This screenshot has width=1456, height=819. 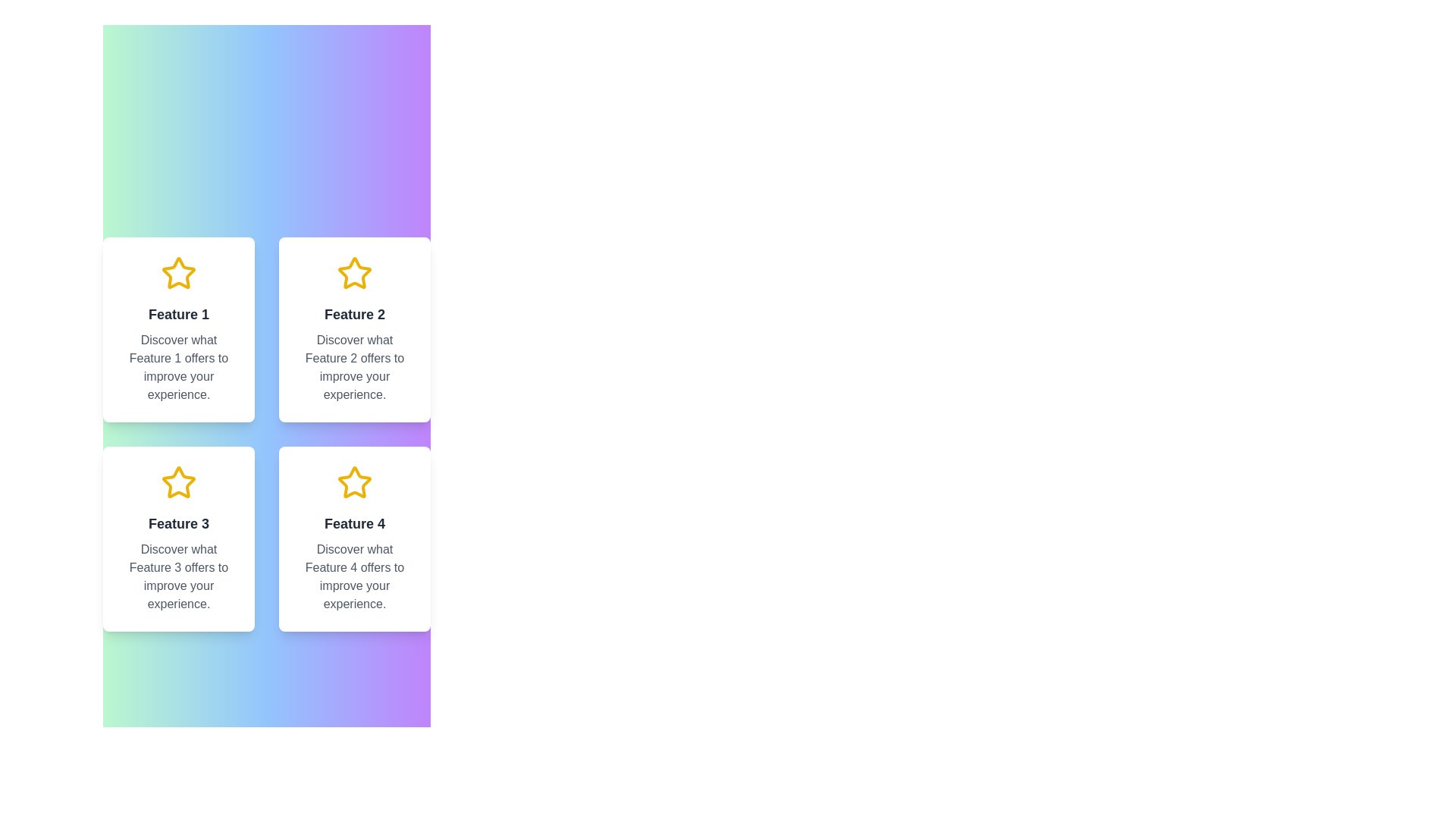 What do you see at coordinates (353, 576) in the screenshot?
I see `explanatory text block providing details about 'Feature 4', positioned at the bottom of the content layout` at bounding box center [353, 576].